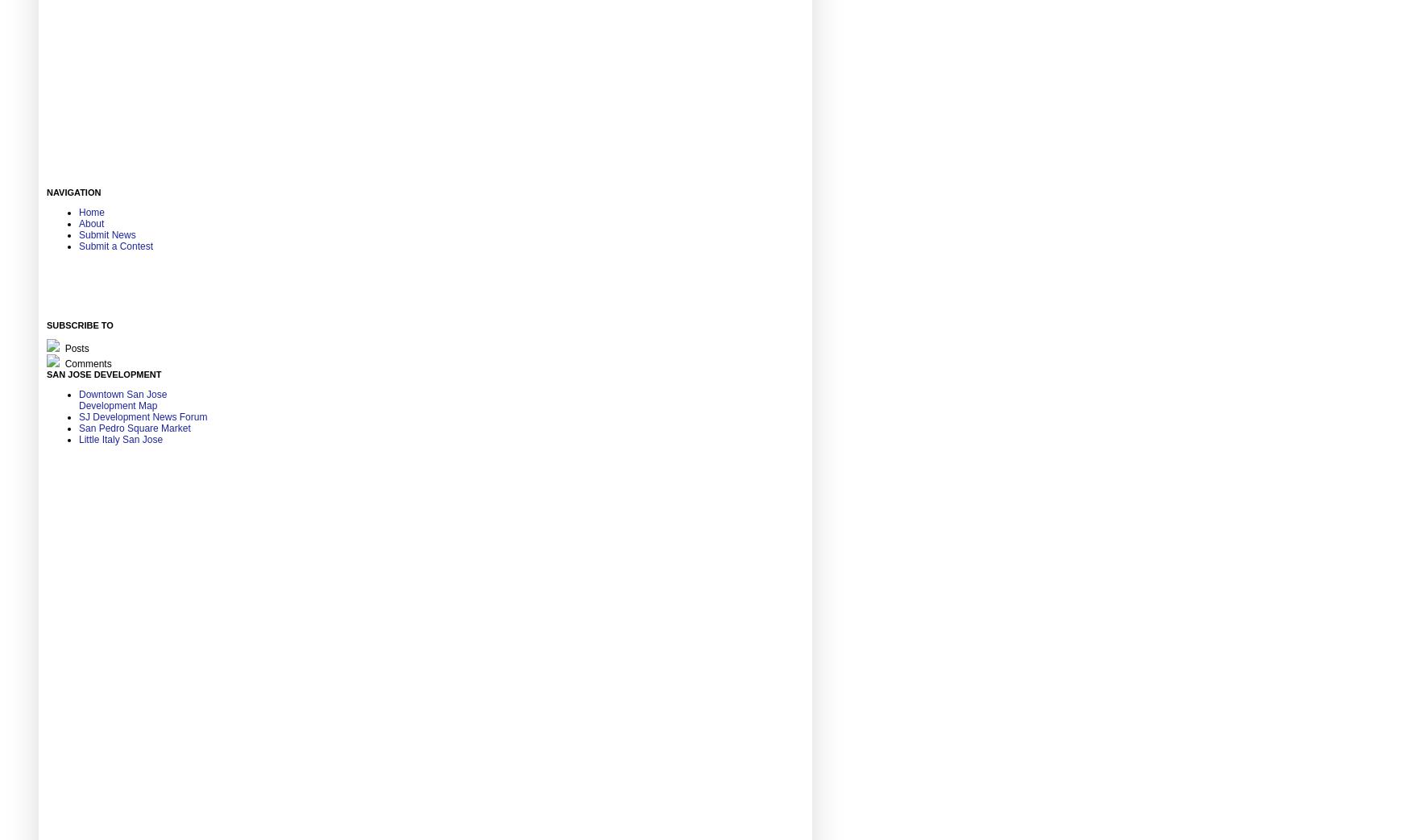  What do you see at coordinates (119, 438) in the screenshot?
I see `'Little Italy San Jose'` at bounding box center [119, 438].